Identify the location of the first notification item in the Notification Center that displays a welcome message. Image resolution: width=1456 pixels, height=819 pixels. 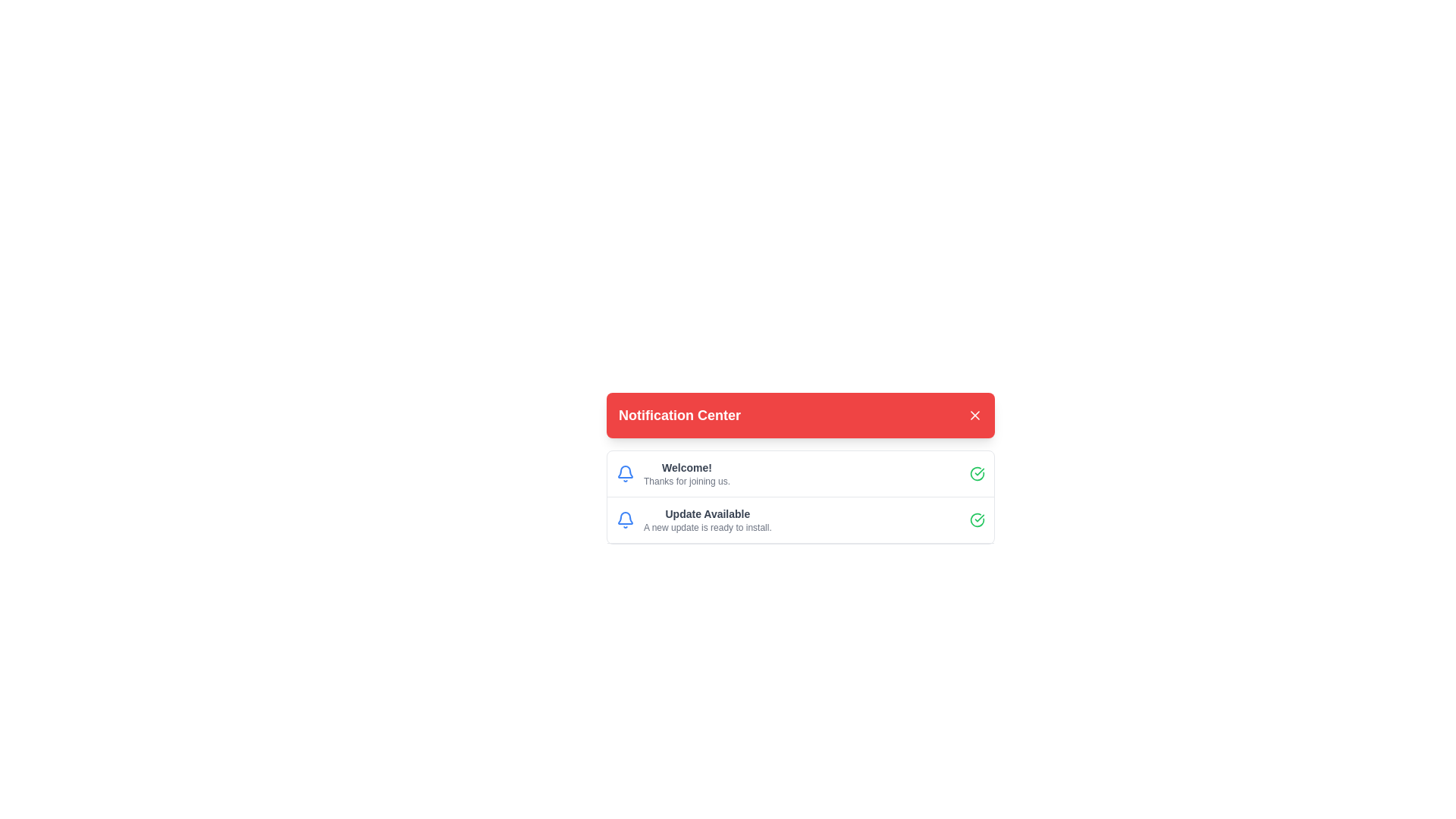
(800, 472).